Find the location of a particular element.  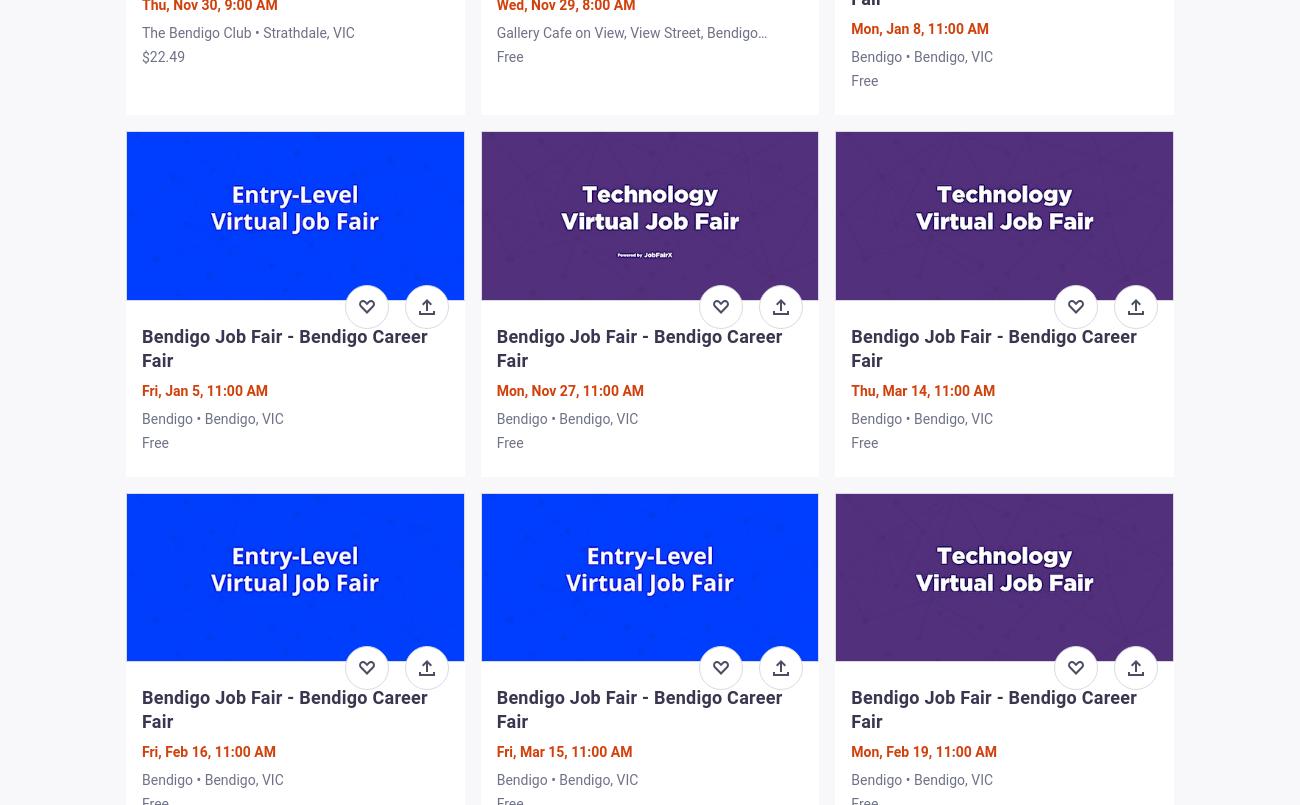

'Gallery Cafe on View, View Street, Bendigo VIC, Australia • Bendigo, VIC' is located at coordinates (626, 42).